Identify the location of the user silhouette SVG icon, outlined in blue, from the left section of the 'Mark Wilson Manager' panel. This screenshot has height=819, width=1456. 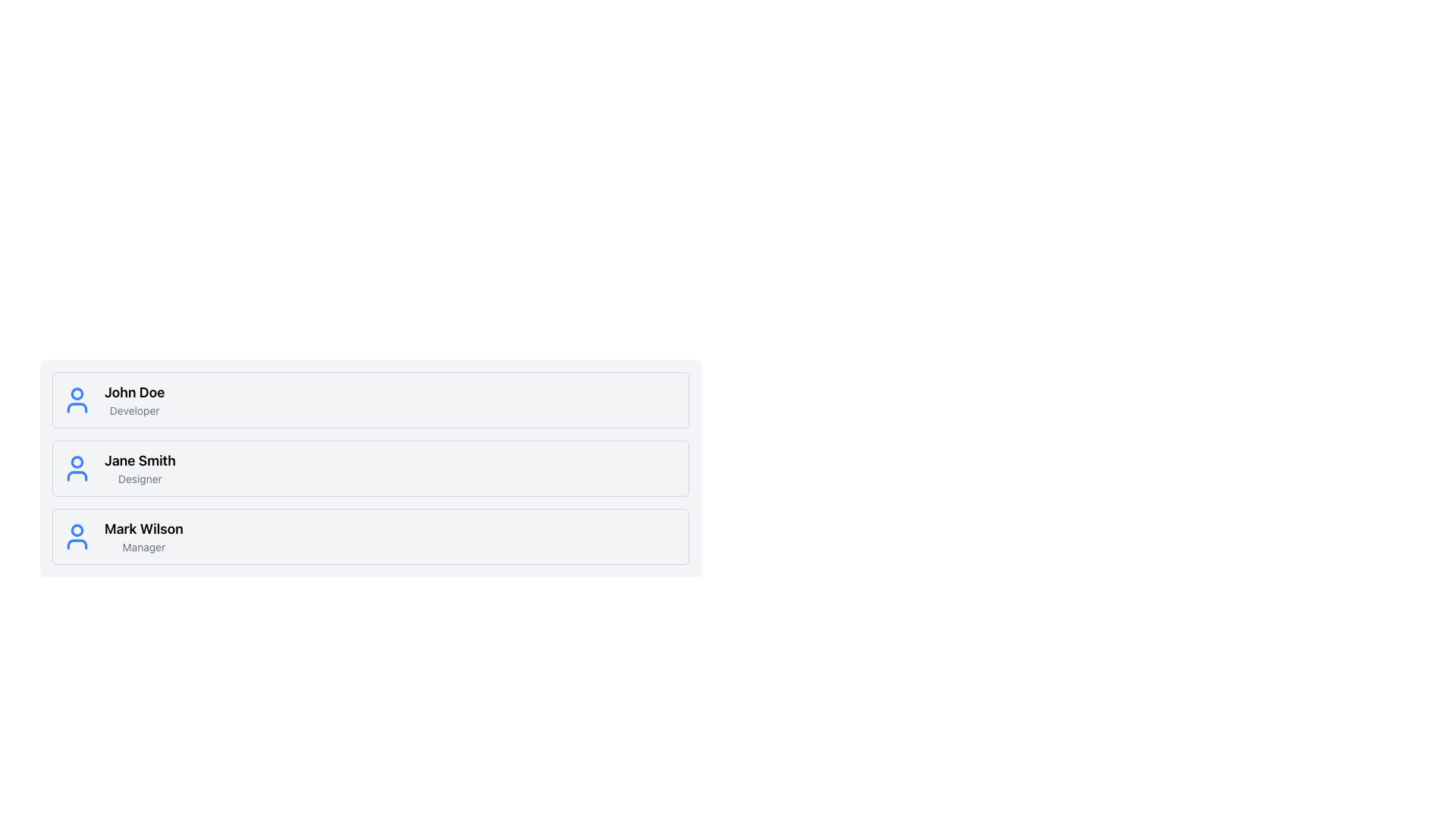
(76, 536).